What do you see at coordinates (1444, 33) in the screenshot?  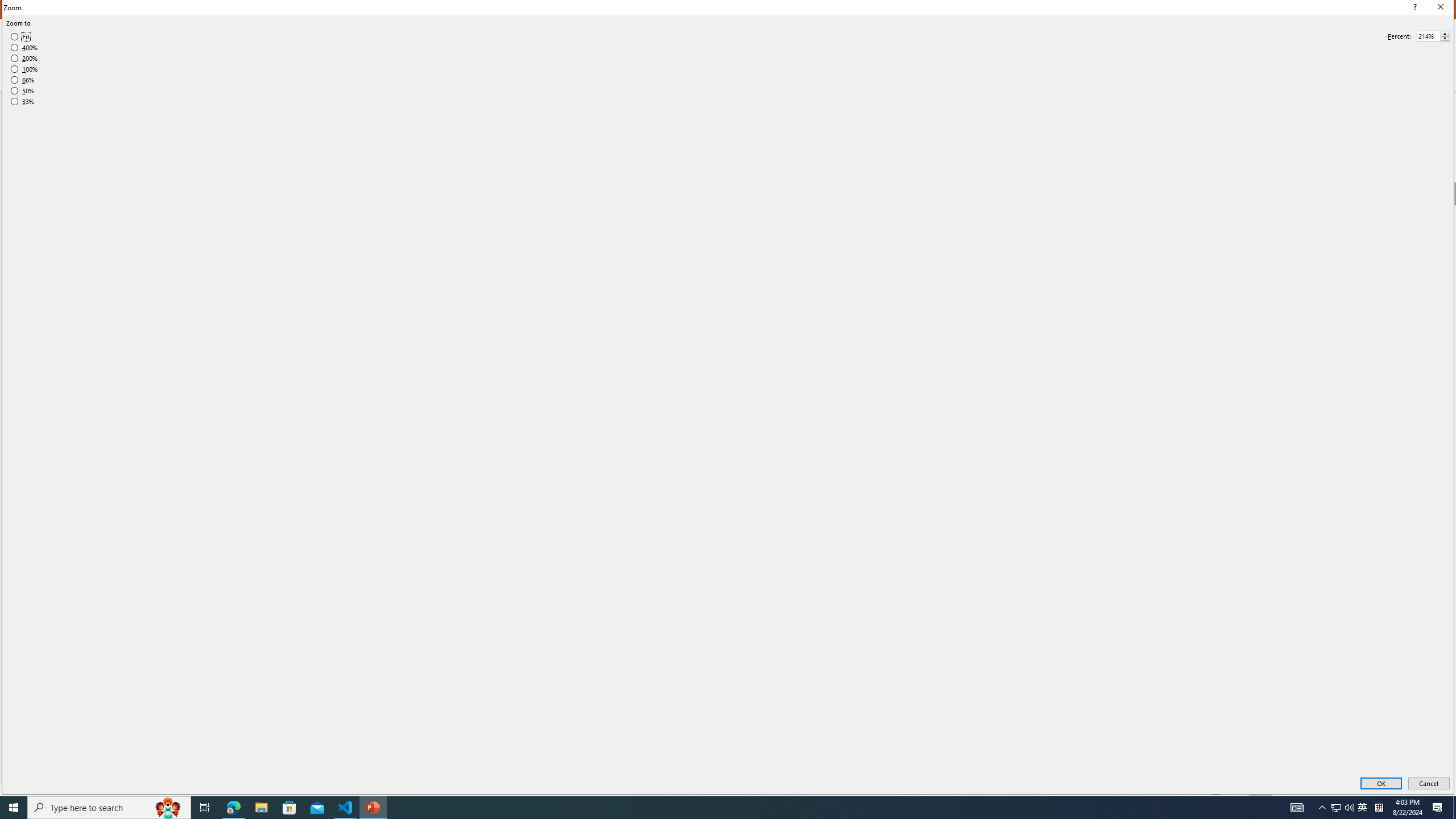 I see `'More'` at bounding box center [1444, 33].